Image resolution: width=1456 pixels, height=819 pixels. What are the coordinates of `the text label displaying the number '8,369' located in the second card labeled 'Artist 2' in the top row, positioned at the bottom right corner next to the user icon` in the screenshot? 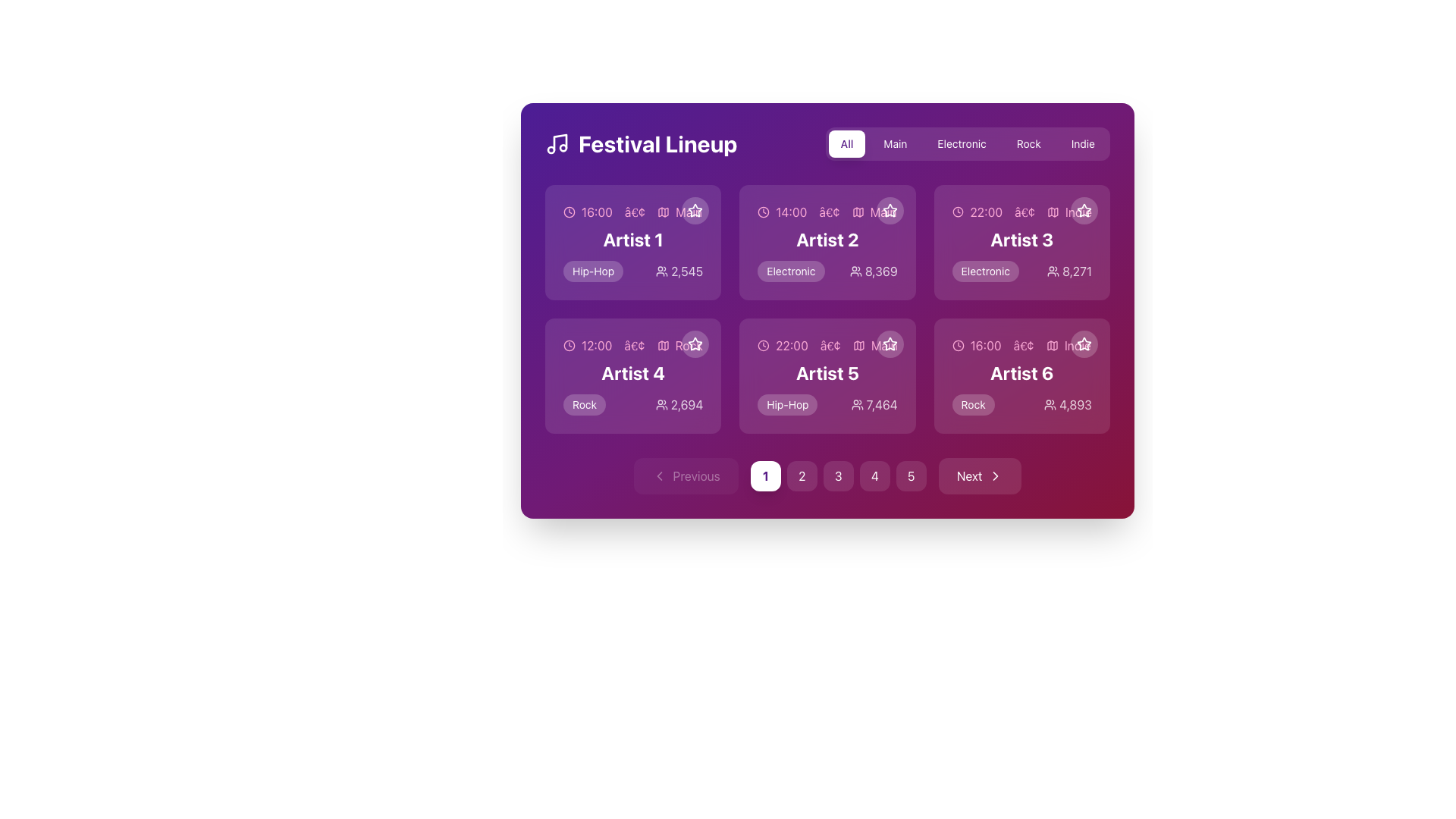 It's located at (874, 271).